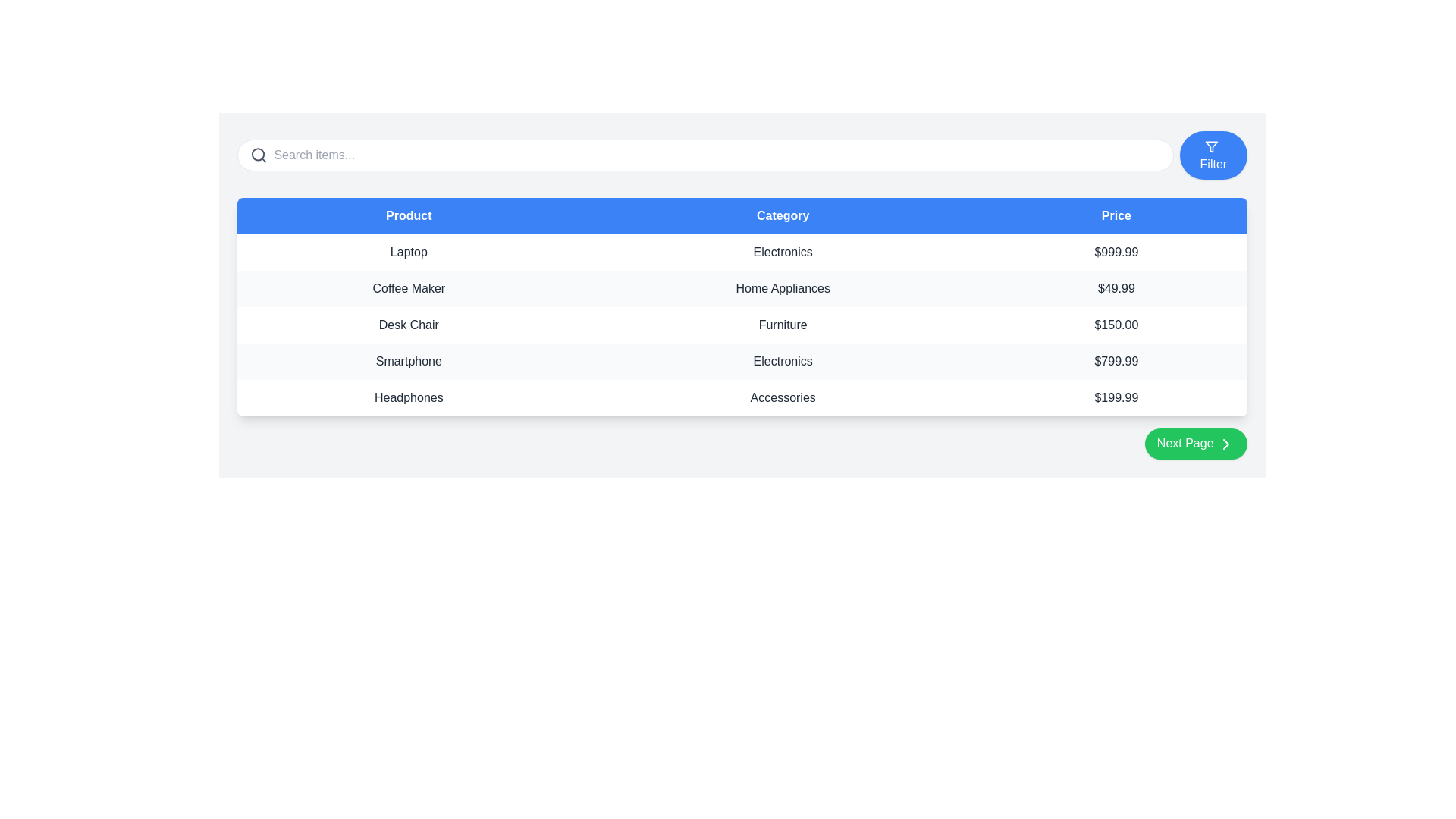  What do you see at coordinates (409, 324) in the screenshot?
I see `the 'Desk Chair' text label, which is a static text element located in the third row under the 'Product' column, aligned with 'Furniture' in the 'Category' column and '$150.00' in the 'Price' column` at bounding box center [409, 324].